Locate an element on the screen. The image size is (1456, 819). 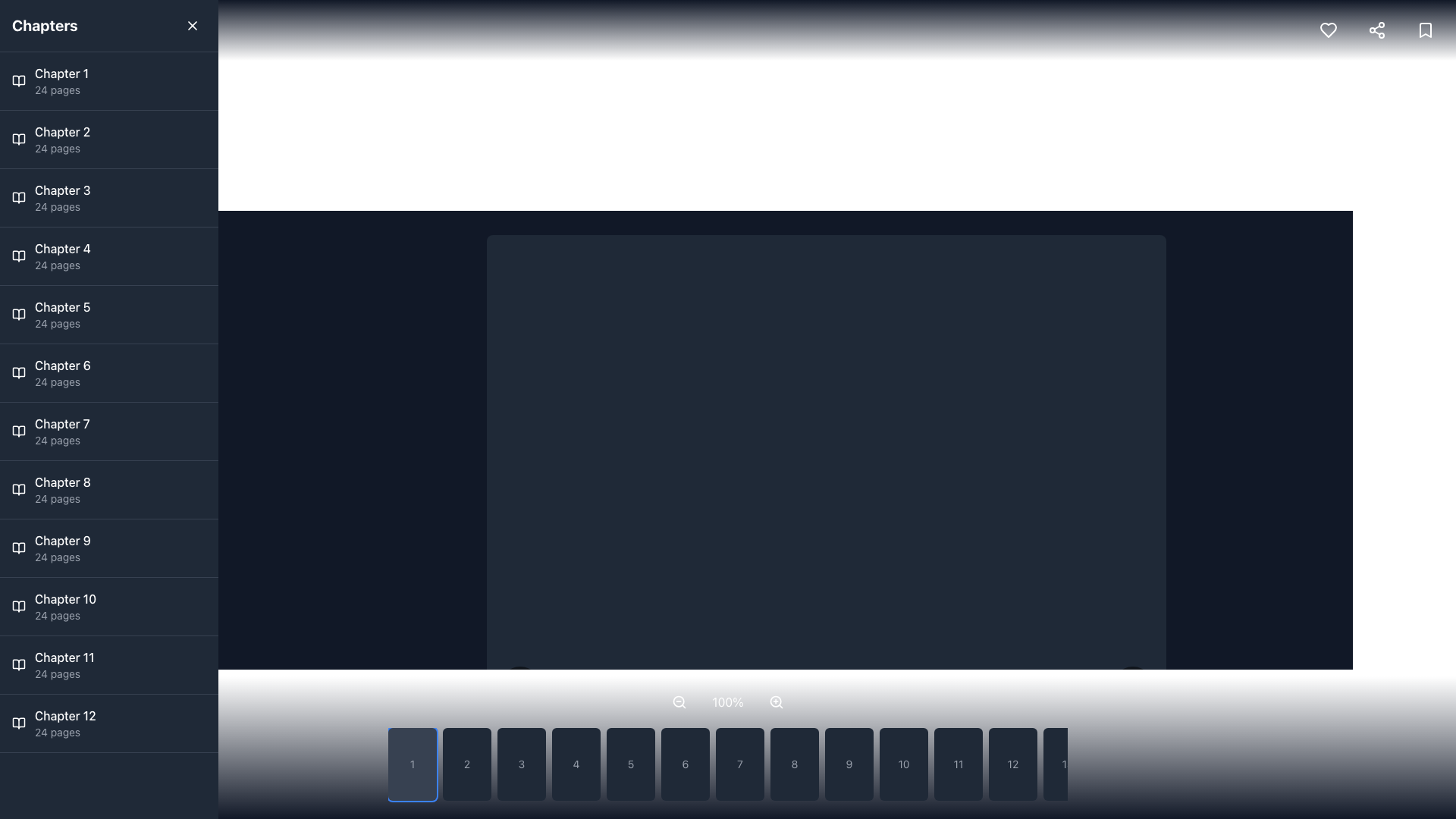
the text block displaying 'Chapter 3' and '24 pages' in the sidebar is located at coordinates (61, 197).